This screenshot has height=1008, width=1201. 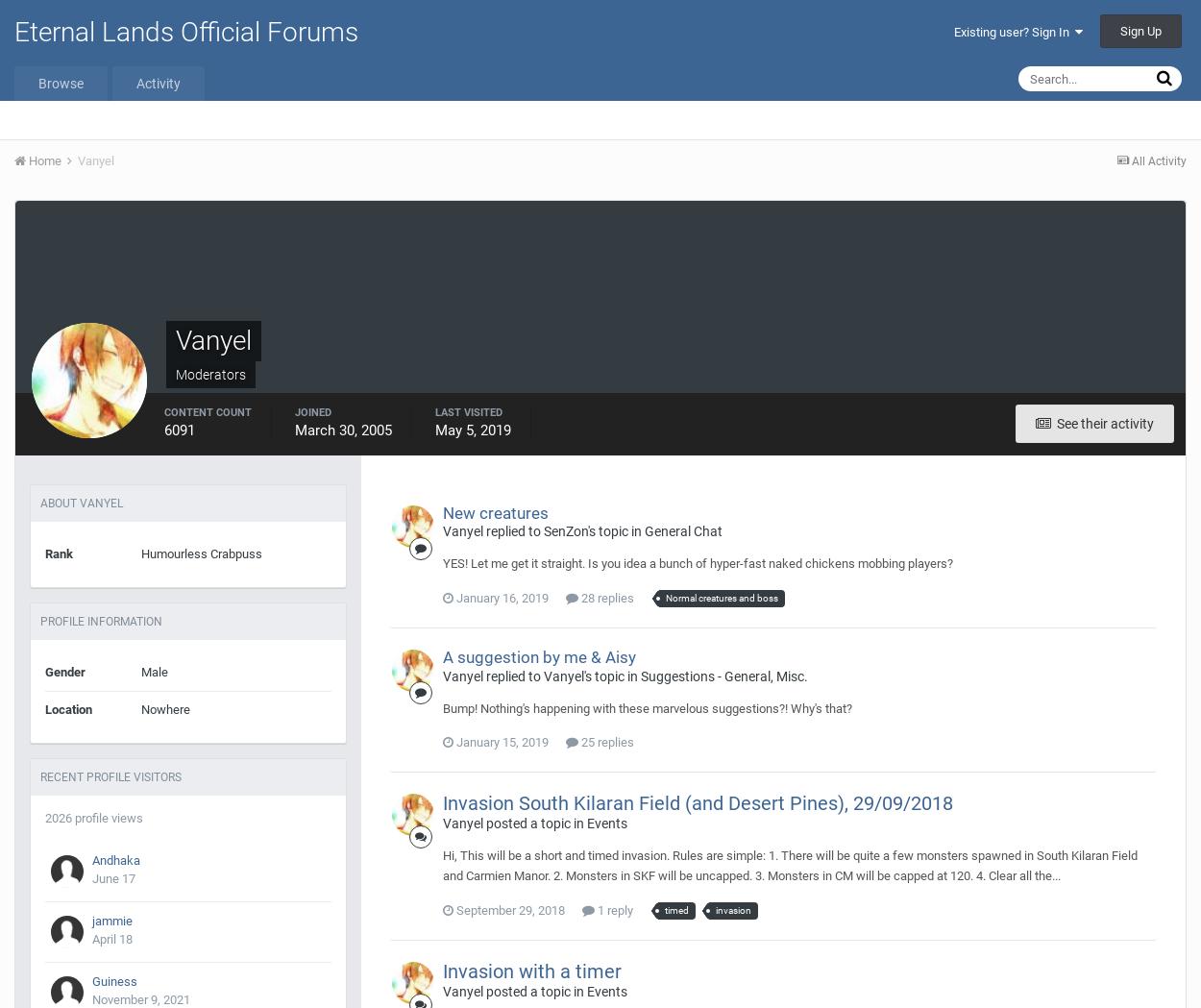 I want to click on 'invasion', so click(x=733, y=910).